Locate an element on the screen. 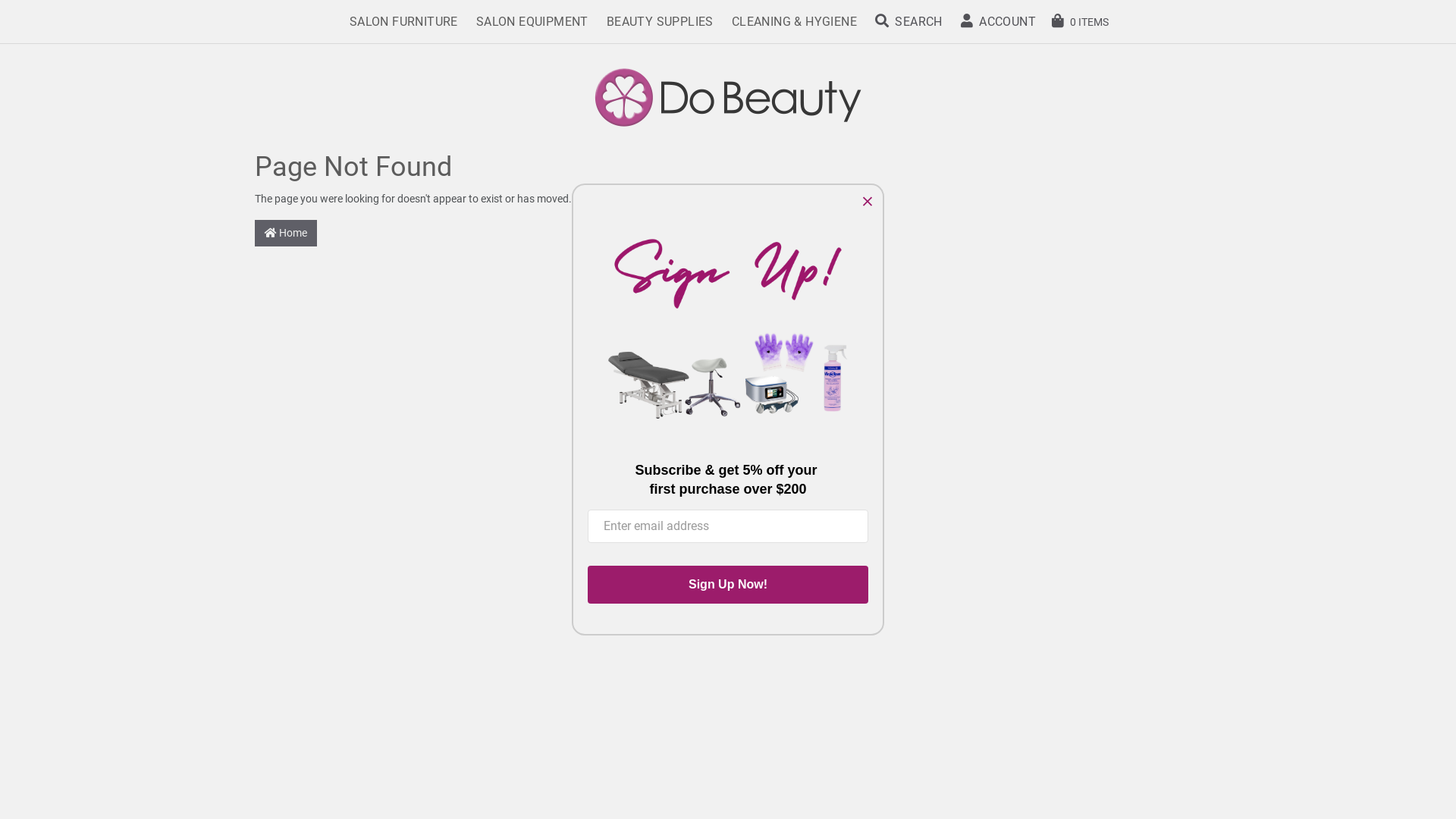 This screenshot has height=819, width=1456. 'CLEANING & HYGIENE' is located at coordinates (793, 22).